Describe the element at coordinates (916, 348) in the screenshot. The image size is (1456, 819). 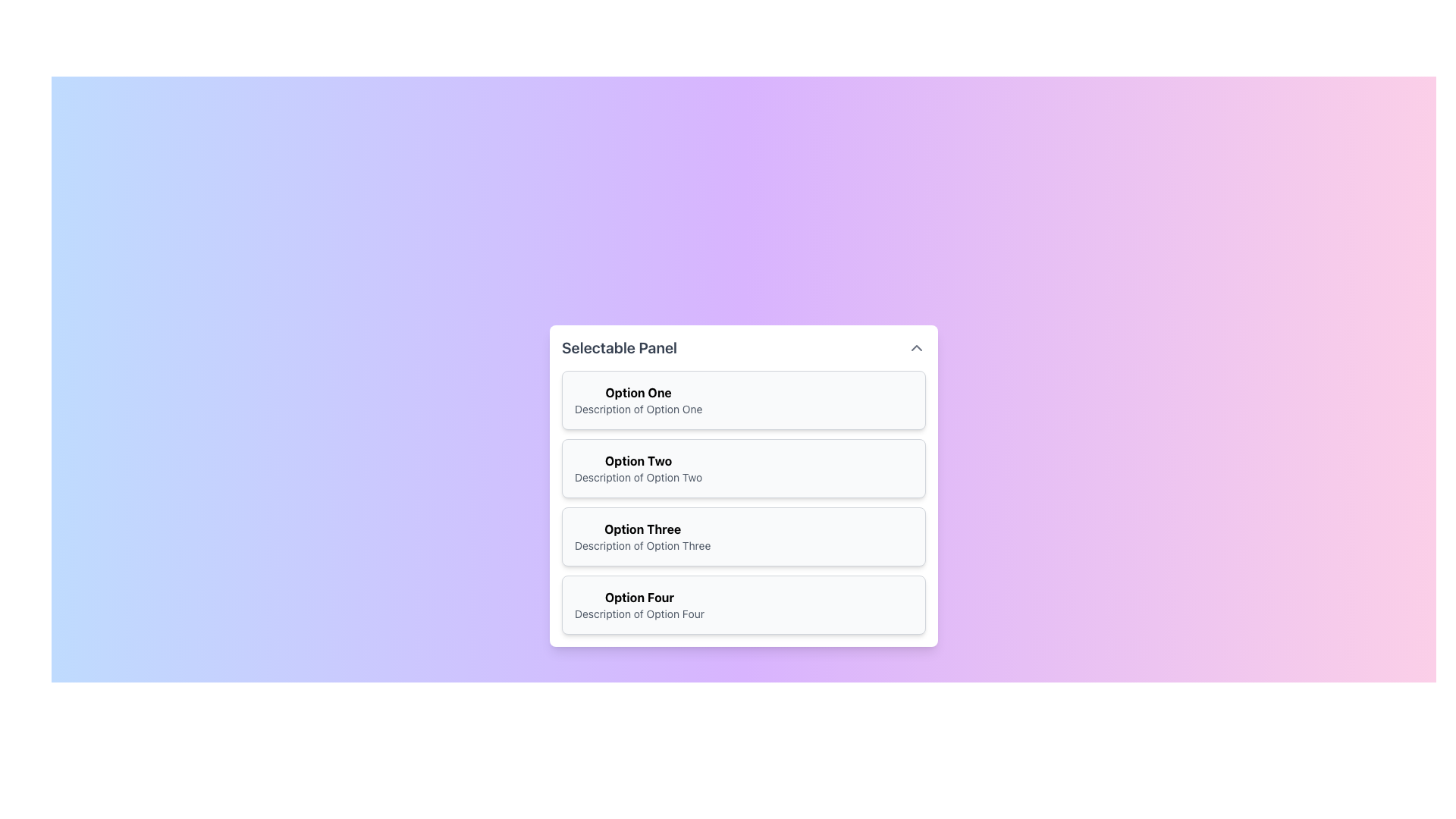
I see `the small, triangular chevron button located at the far right of the header area labeled 'Selectable Panel'` at that location.